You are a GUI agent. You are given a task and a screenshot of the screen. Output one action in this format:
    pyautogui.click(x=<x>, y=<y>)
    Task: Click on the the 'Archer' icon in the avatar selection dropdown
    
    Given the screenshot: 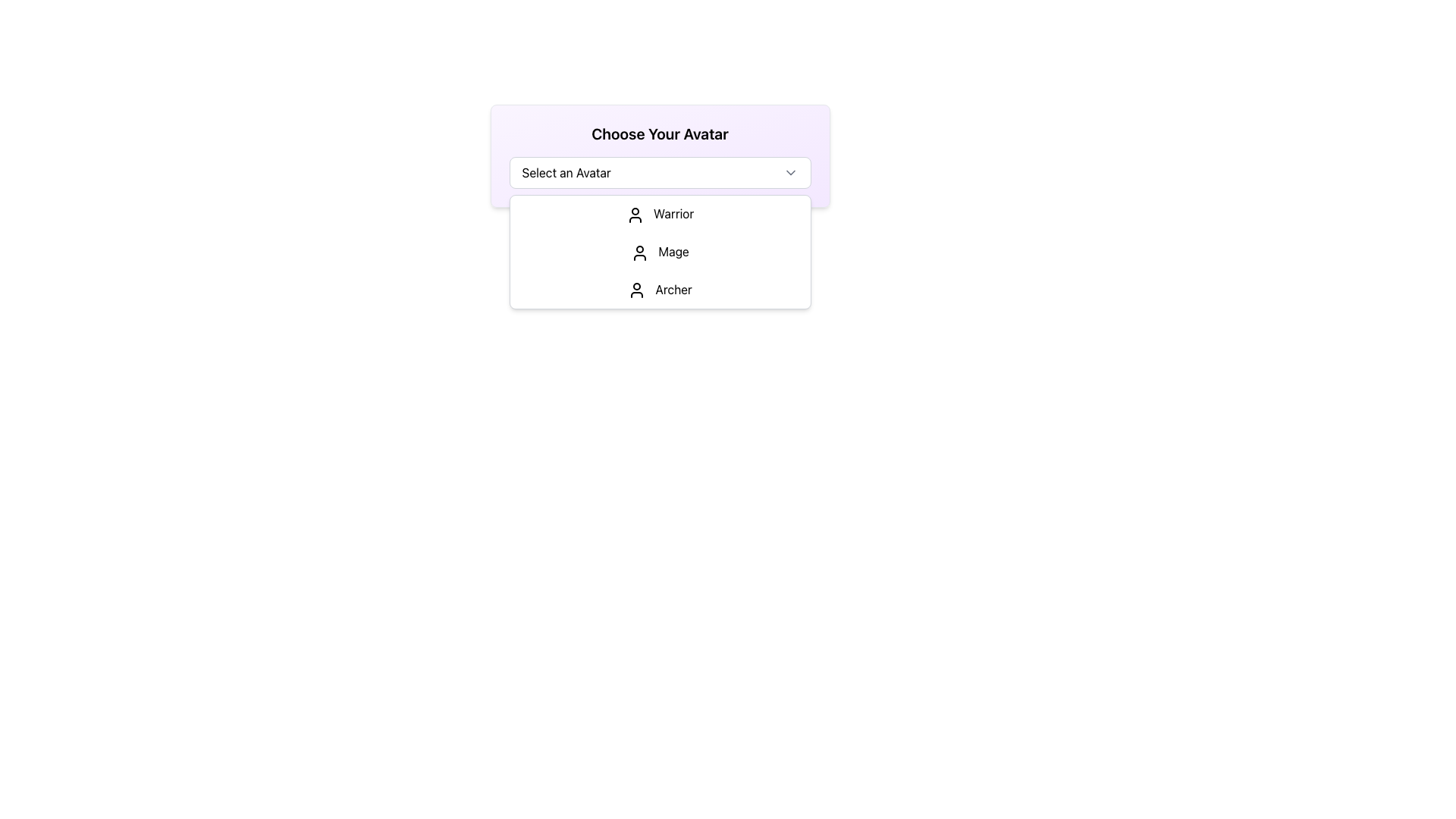 What is the action you would take?
    pyautogui.click(x=637, y=290)
    